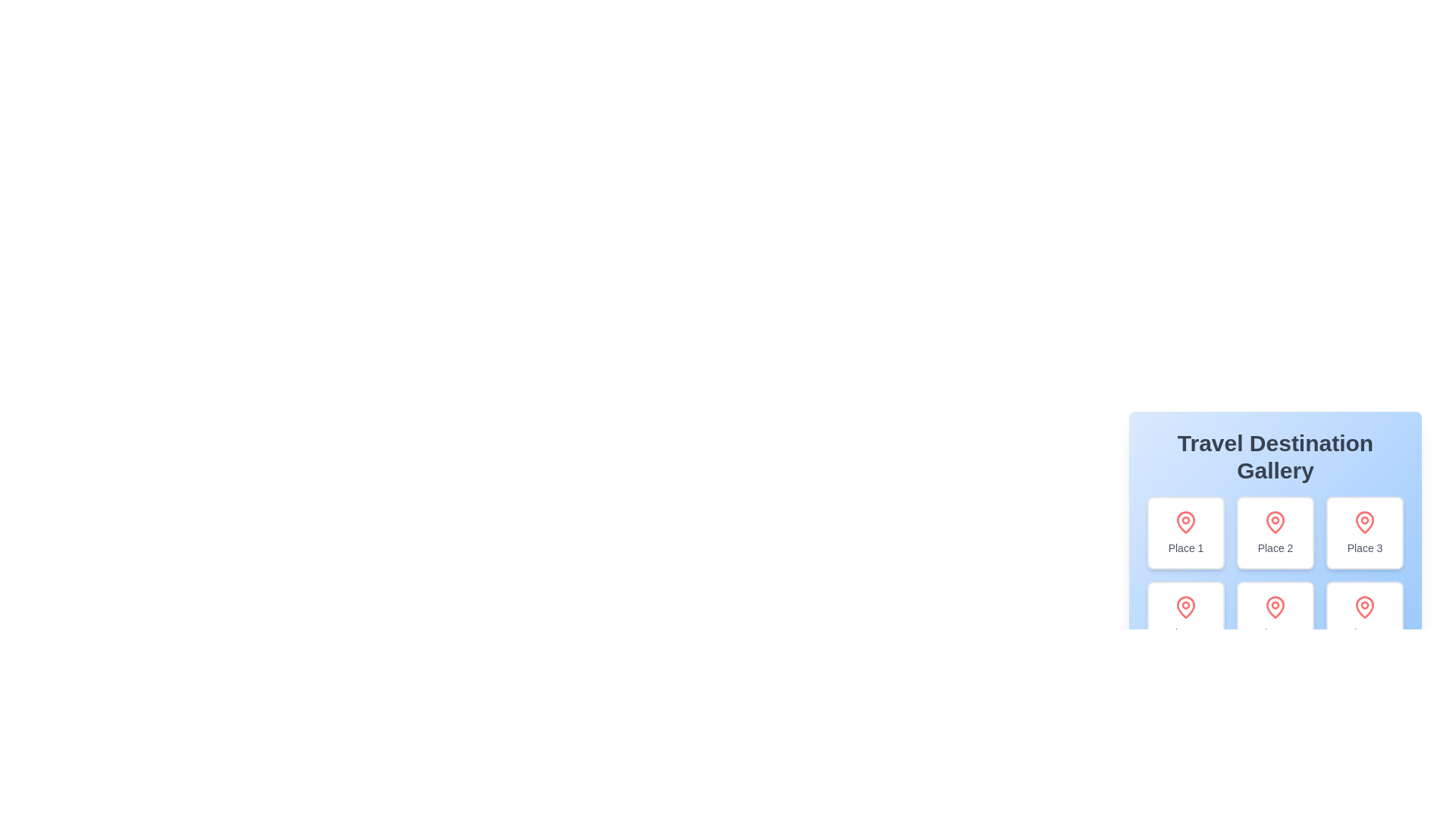 Image resolution: width=1456 pixels, height=819 pixels. I want to click on the red map pin icon located in the lower-right corner of the 'Place 6' travel destination card, so click(1365, 607).